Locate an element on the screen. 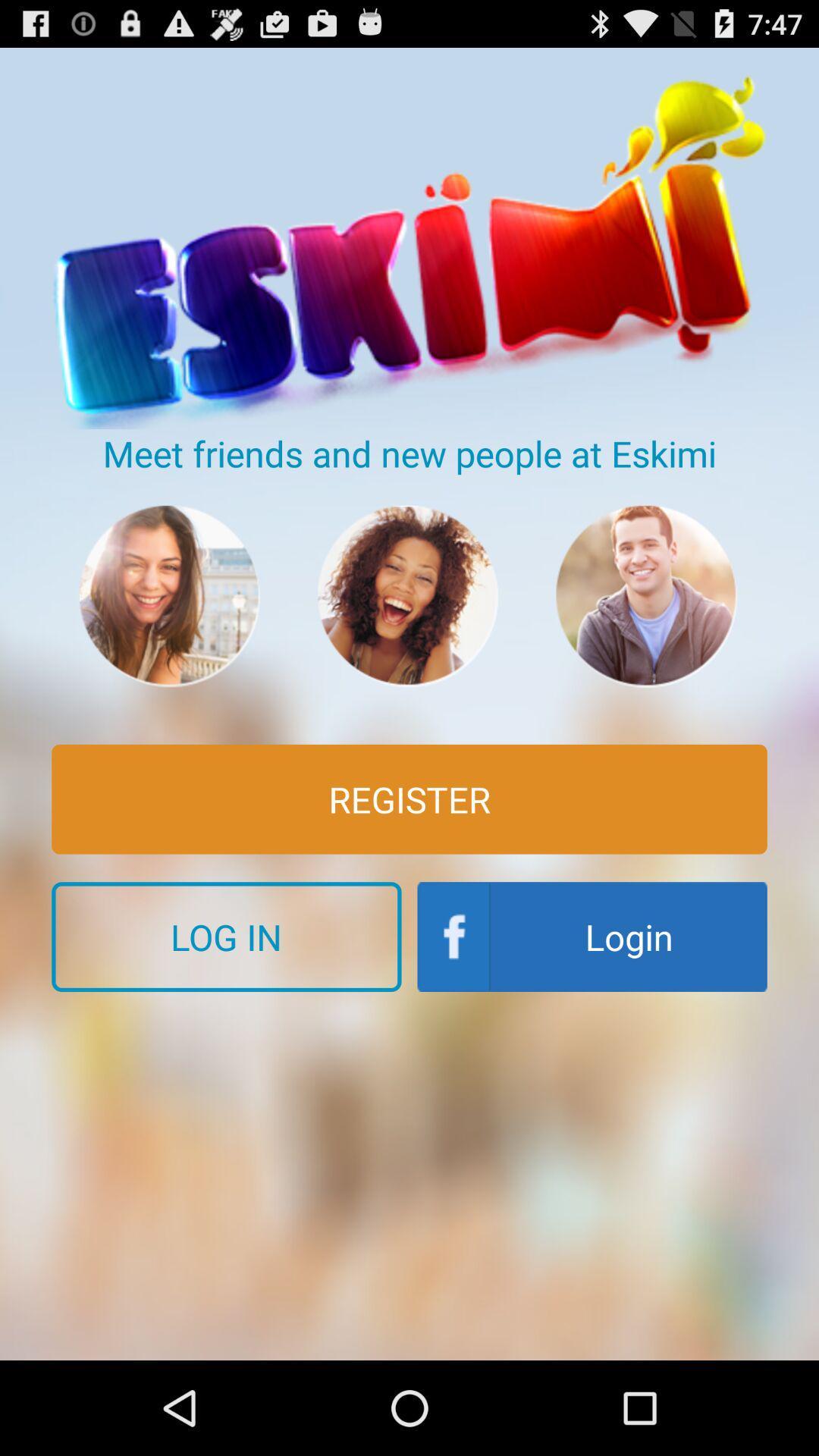  the icon next to the log in button is located at coordinates (591, 936).